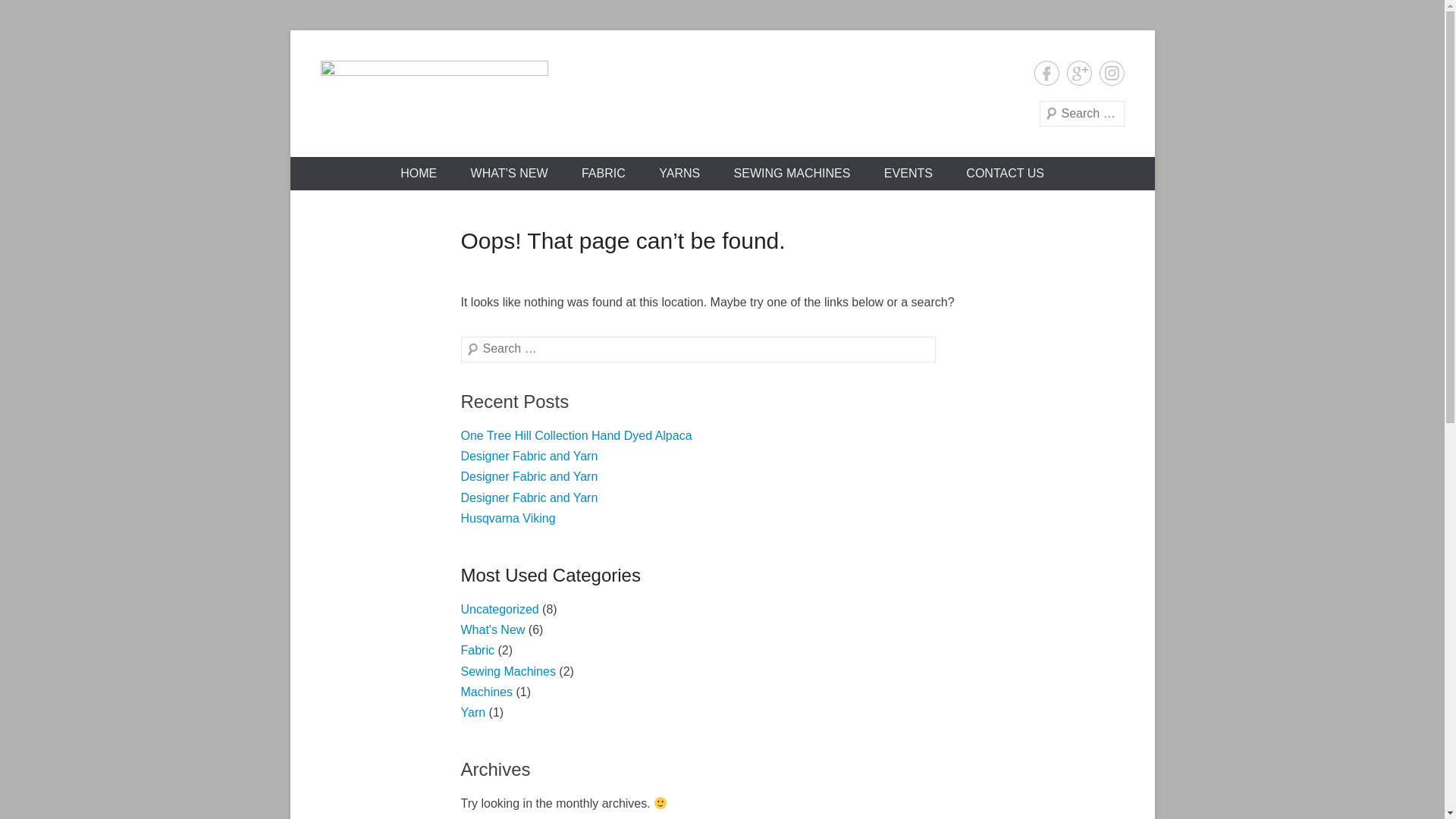  Describe the element at coordinates (500, 608) in the screenshot. I see `'Uncategorized'` at that location.